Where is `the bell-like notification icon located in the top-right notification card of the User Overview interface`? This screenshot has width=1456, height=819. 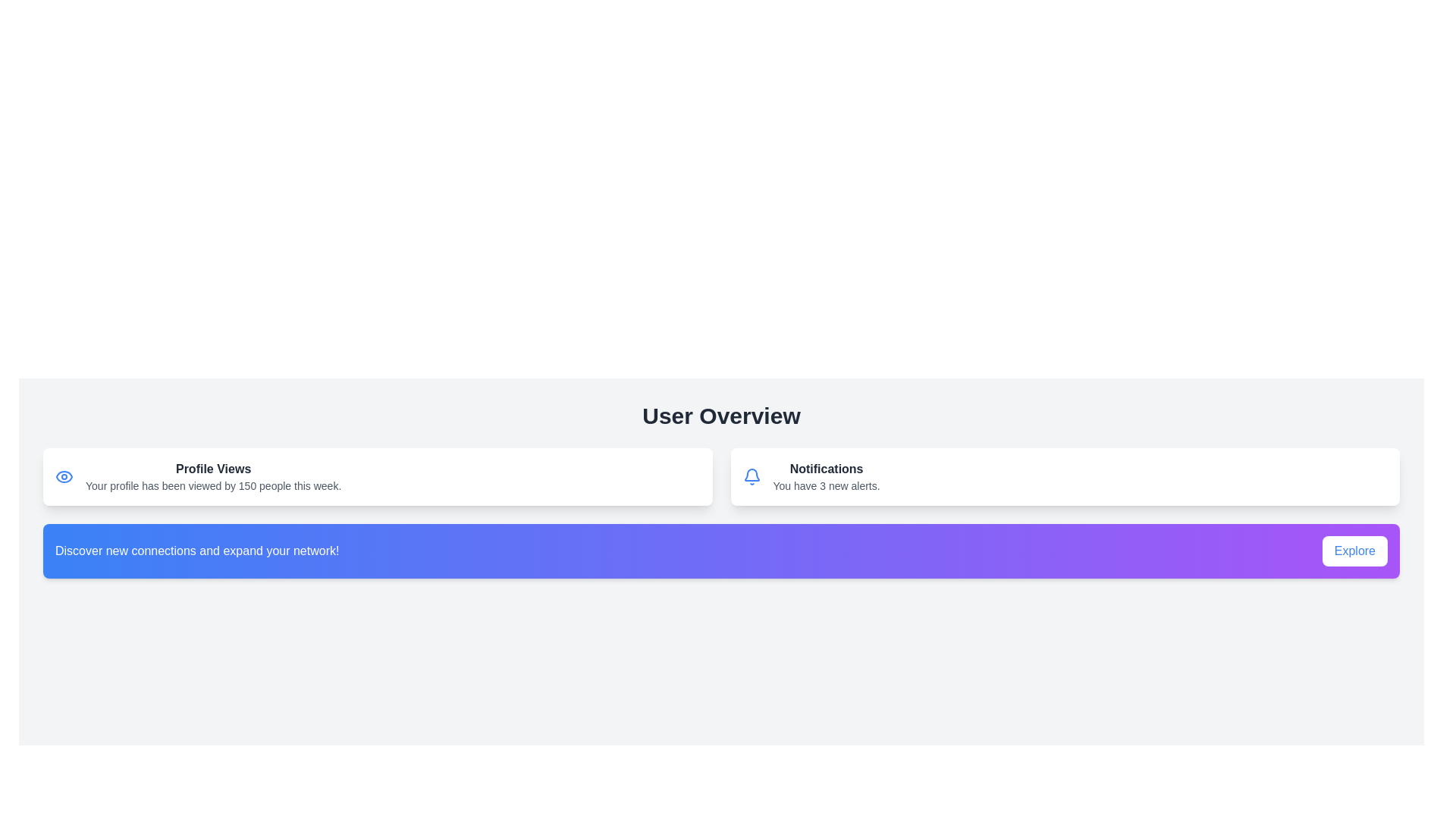 the bell-like notification icon located in the top-right notification card of the User Overview interface is located at coordinates (752, 474).